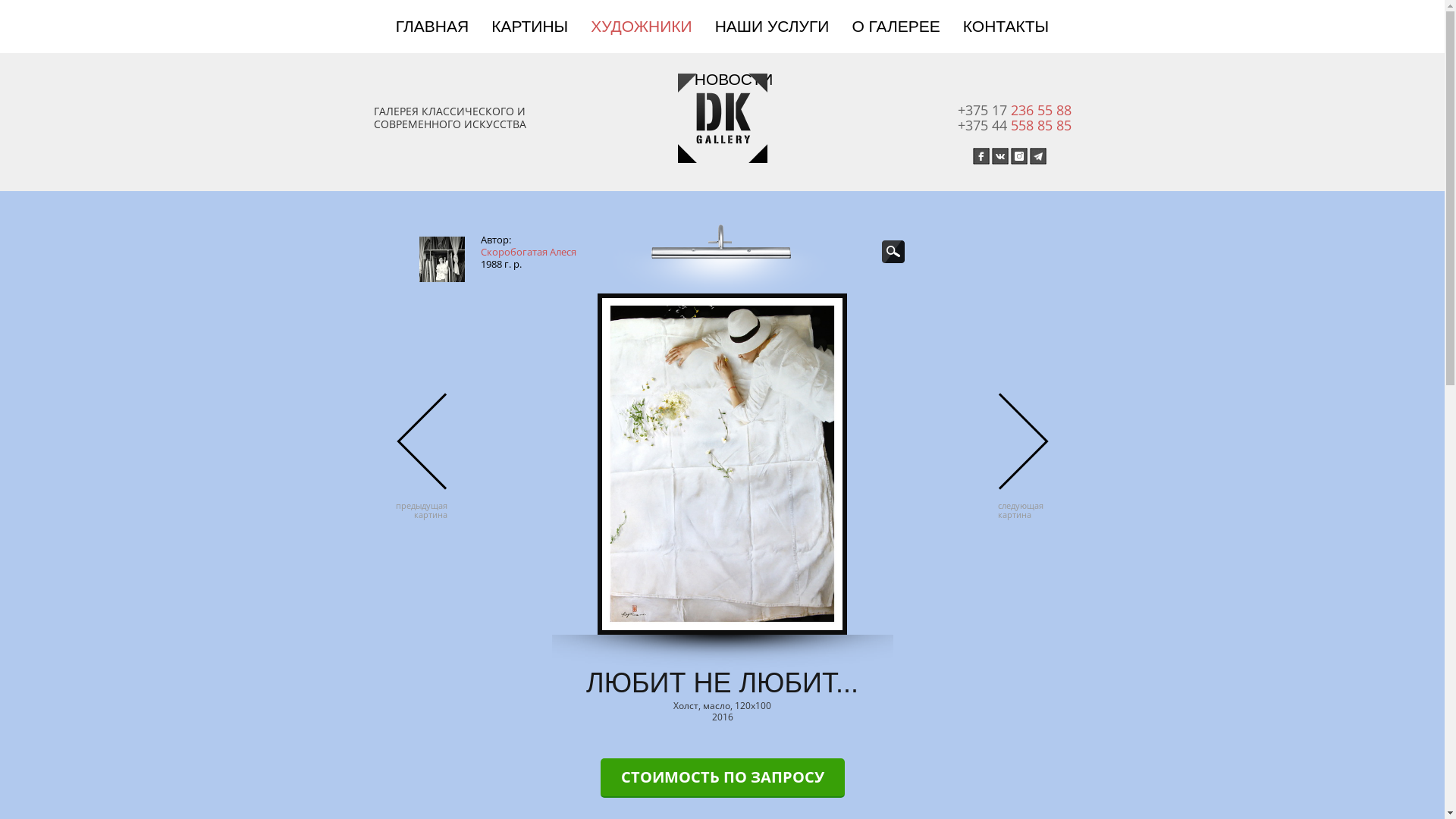  I want to click on '+375 44 558 85 85', so click(1014, 124).